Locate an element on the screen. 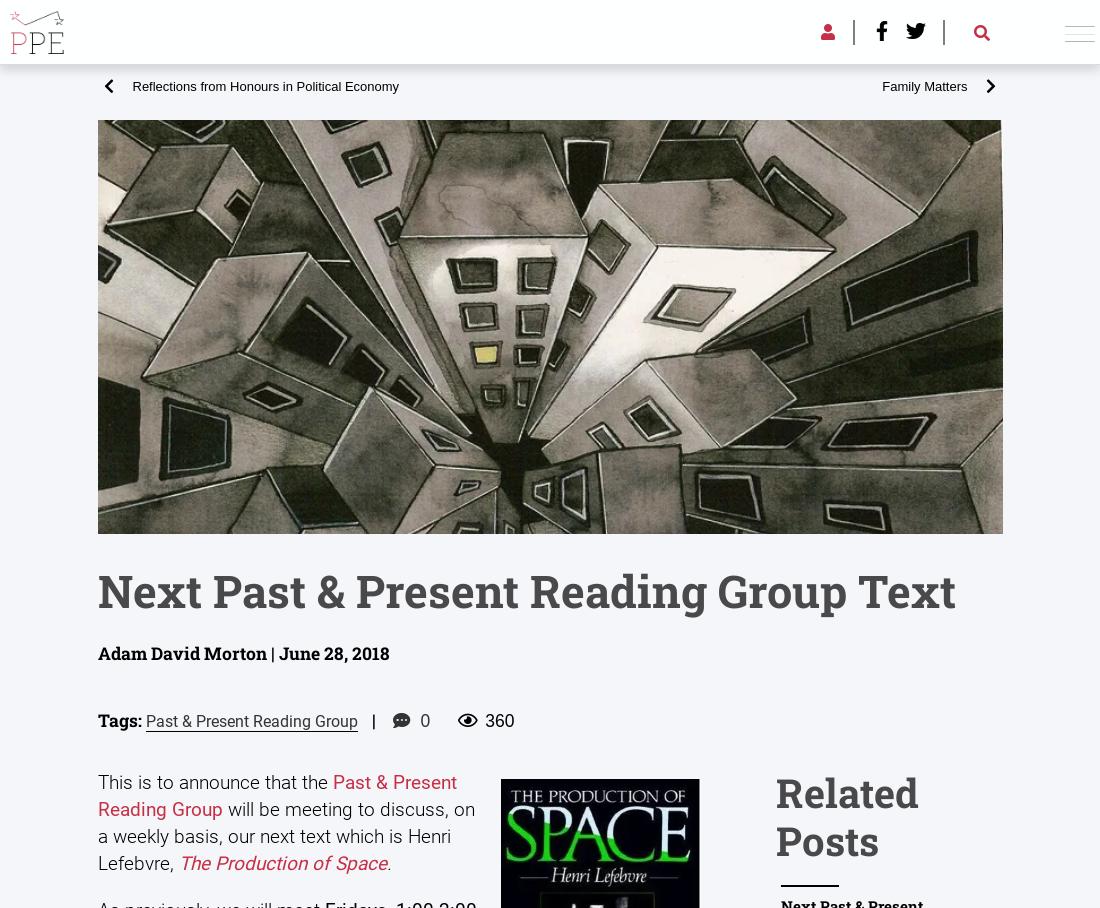 This screenshot has height=908, width=1100. '.' is located at coordinates (385, 861).